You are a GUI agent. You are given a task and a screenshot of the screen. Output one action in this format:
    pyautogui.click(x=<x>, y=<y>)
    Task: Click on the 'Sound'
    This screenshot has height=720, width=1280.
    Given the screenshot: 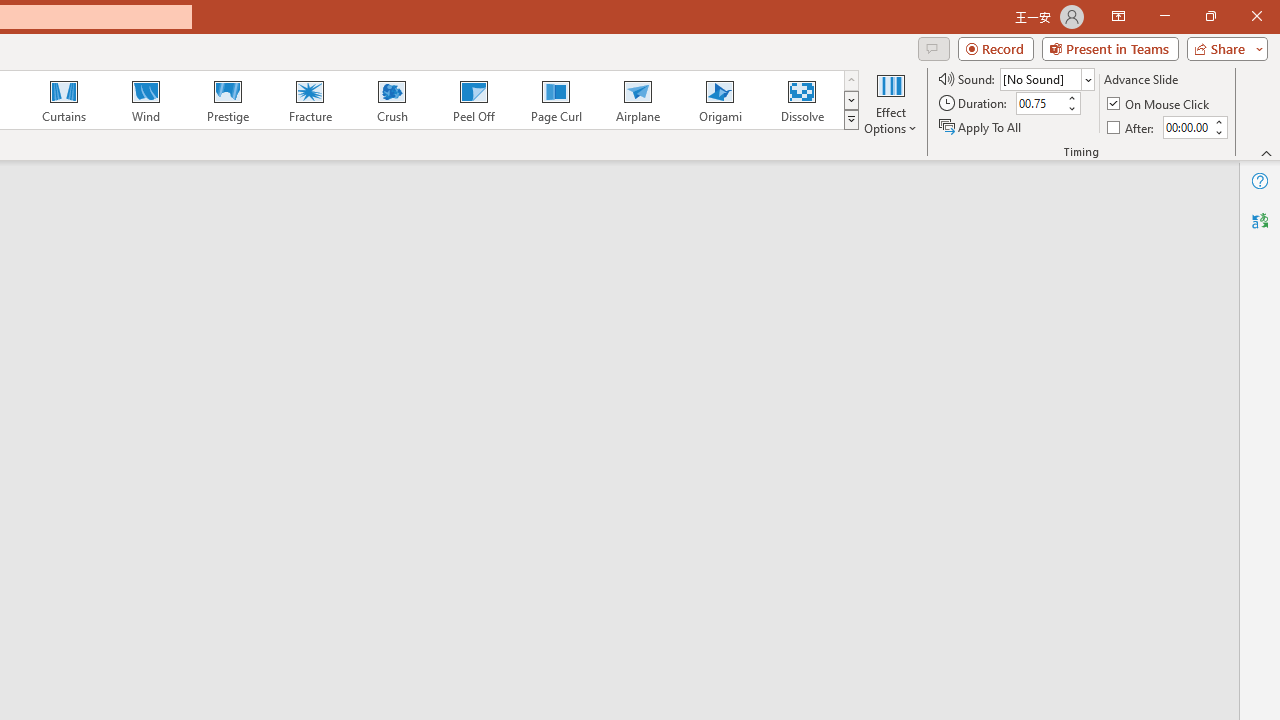 What is the action you would take?
    pyautogui.click(x=1046, y=78)
    